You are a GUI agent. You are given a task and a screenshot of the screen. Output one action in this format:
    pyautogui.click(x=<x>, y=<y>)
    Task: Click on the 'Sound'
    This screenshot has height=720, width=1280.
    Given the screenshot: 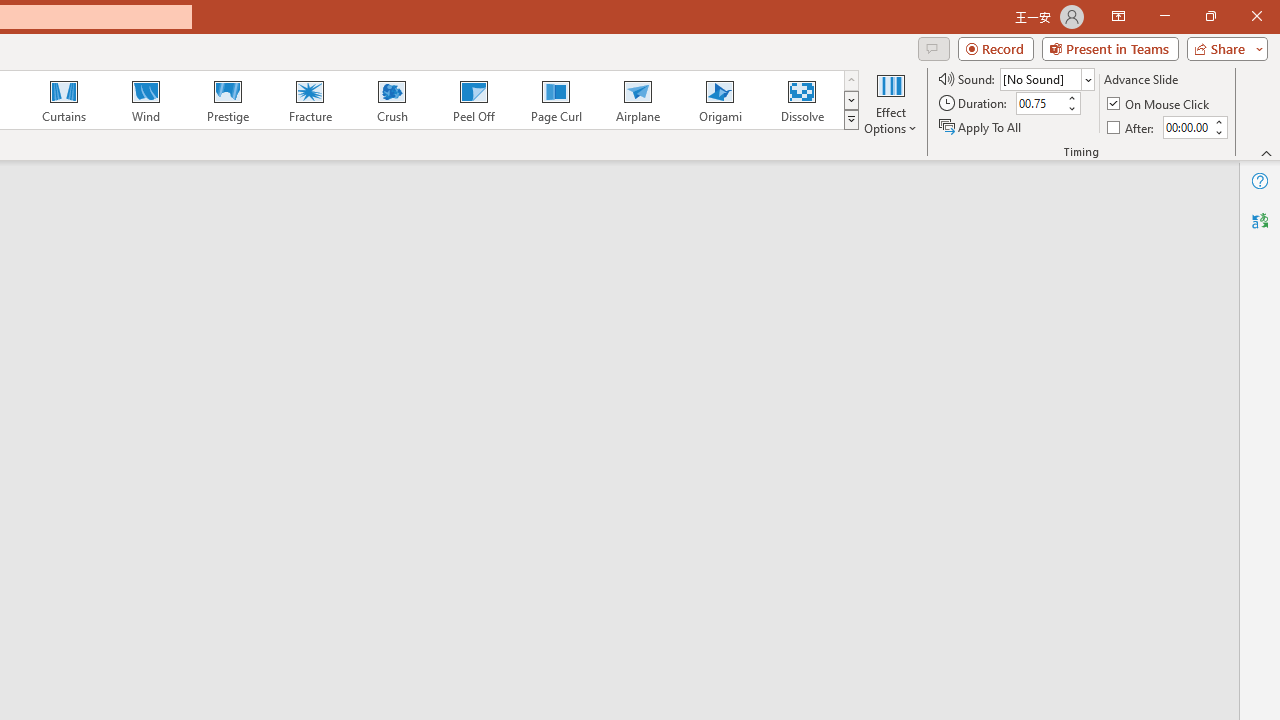 What is the action you would take?
    pyautogui.click(x=1046, y=78)
    